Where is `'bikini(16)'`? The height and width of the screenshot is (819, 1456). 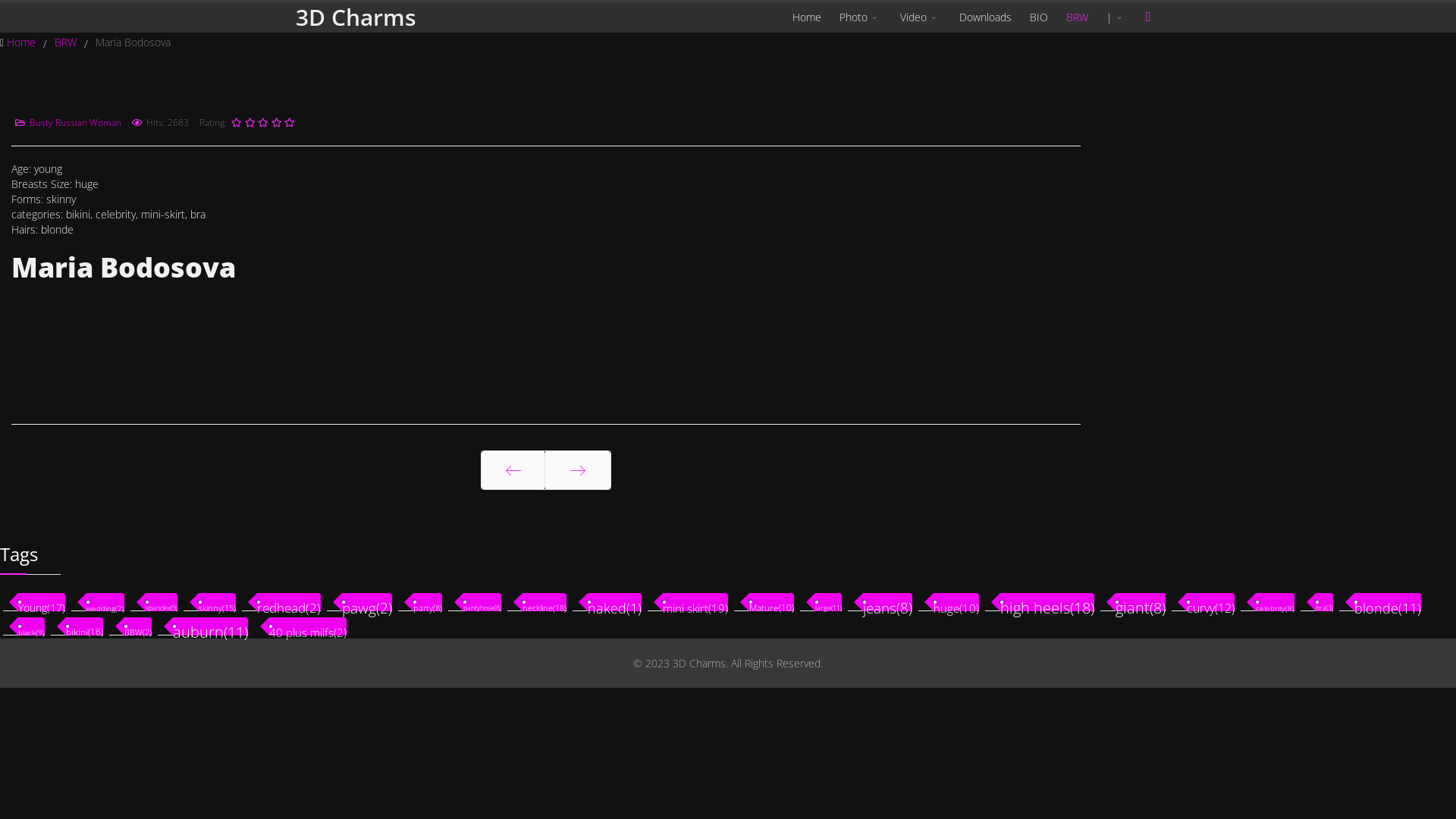
'bikini(16)' is located at coordinates (83, 626).